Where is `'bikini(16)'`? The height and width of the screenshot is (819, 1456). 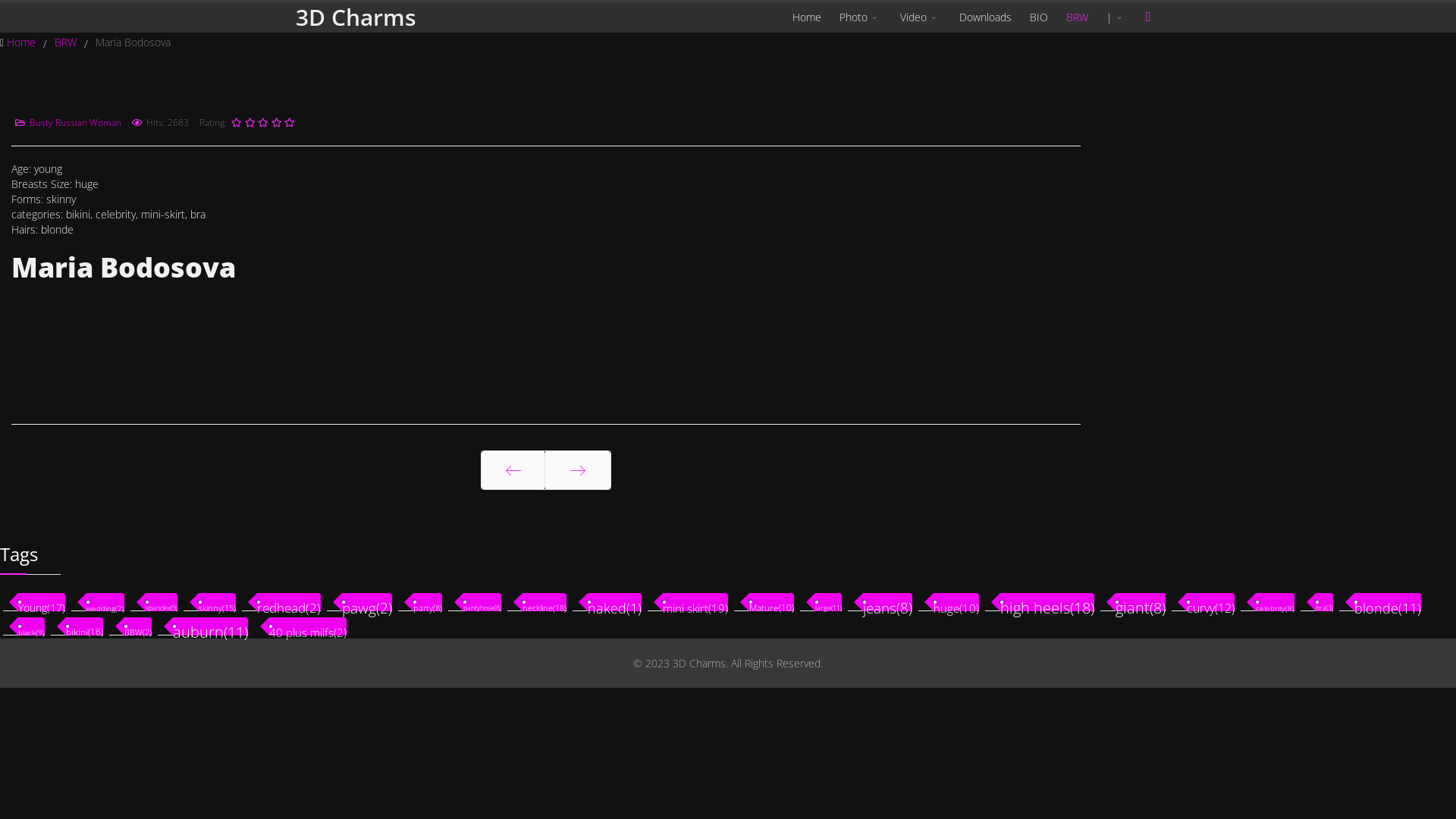
'bikini(16)' is located at coordinates (83, 626).